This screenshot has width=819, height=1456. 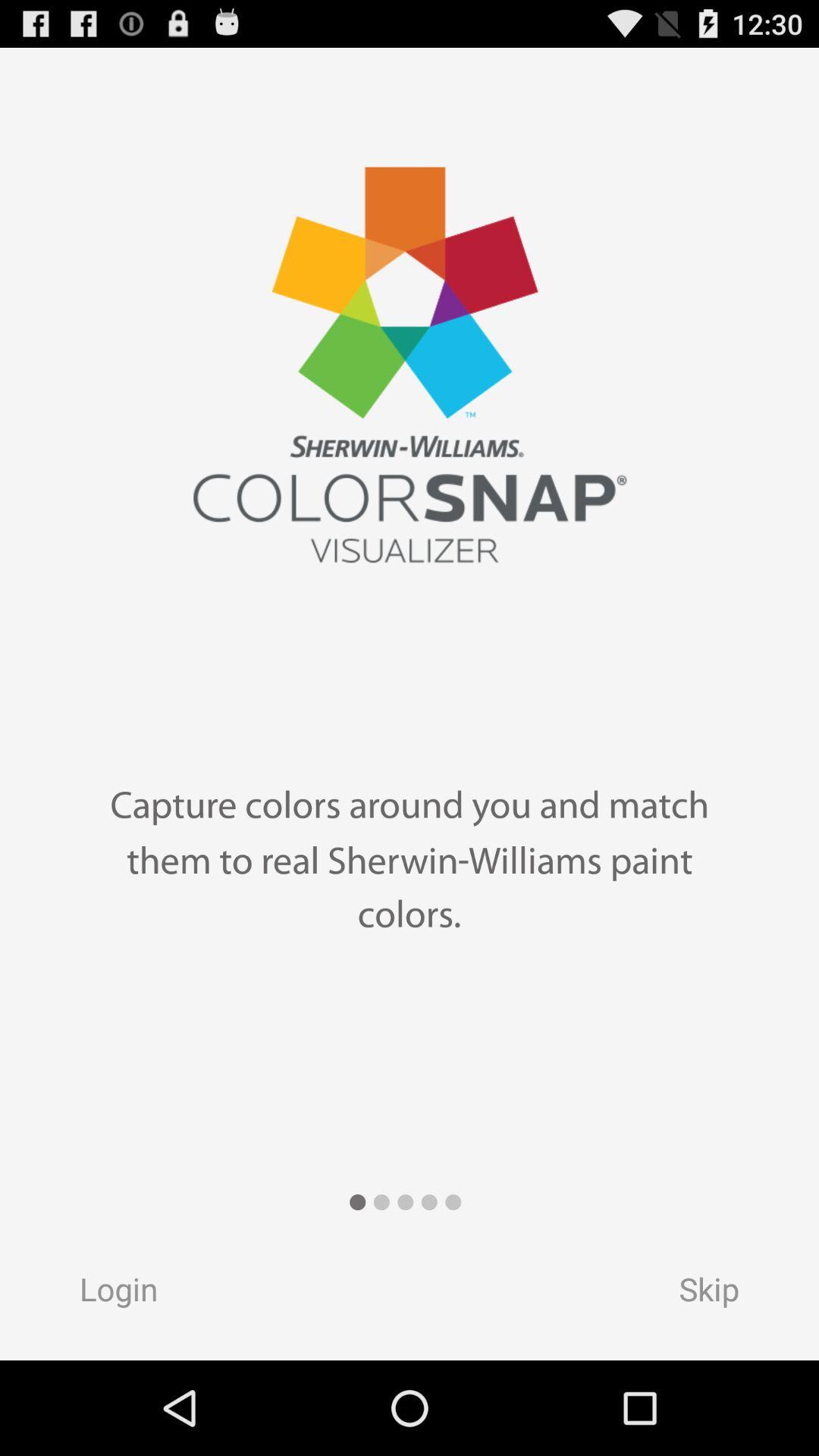 I want to click on the skip button, so click(x=723, y=1293).